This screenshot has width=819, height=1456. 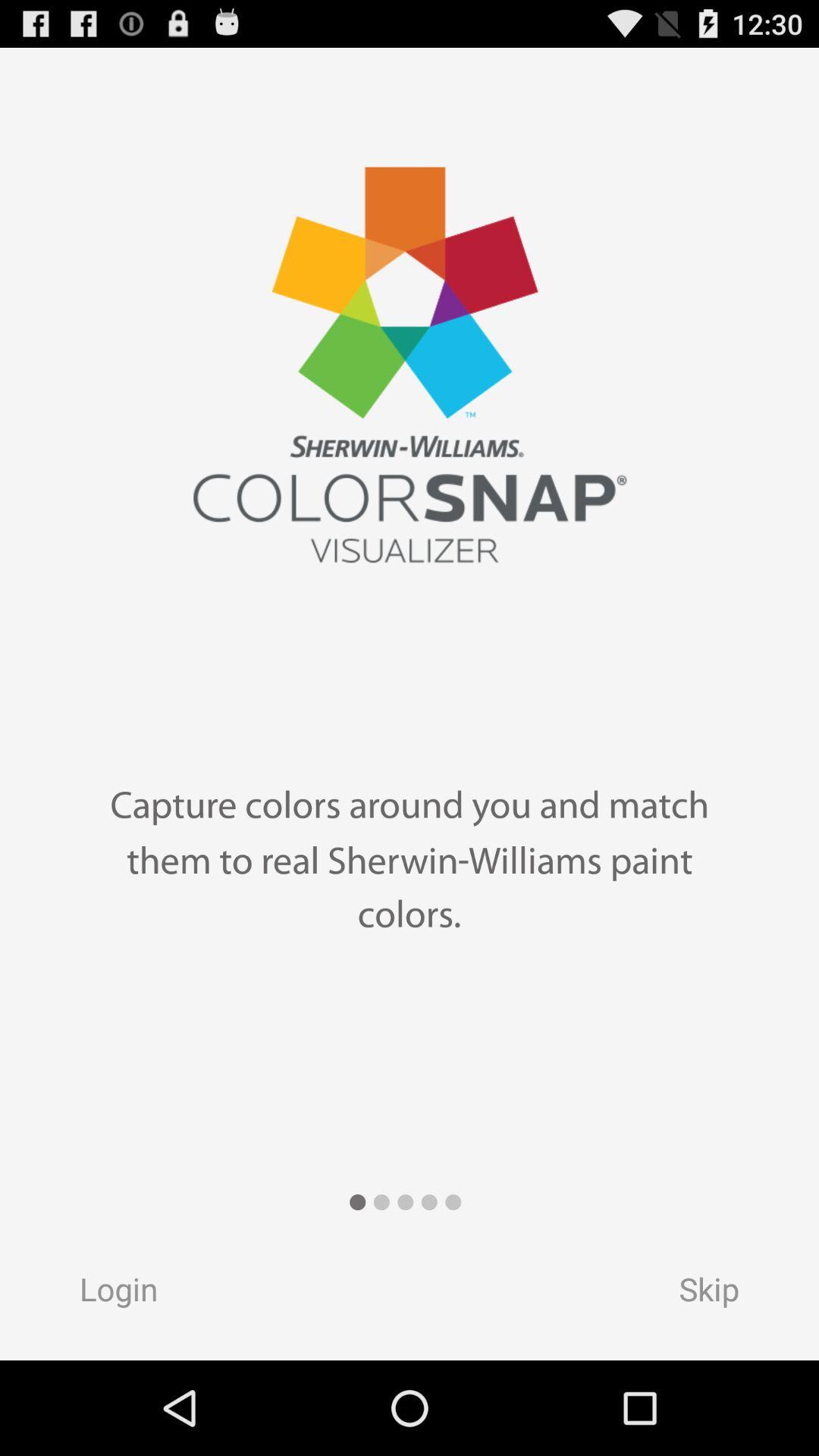 I want to click on the skip button, so click(x=723, y=1293).